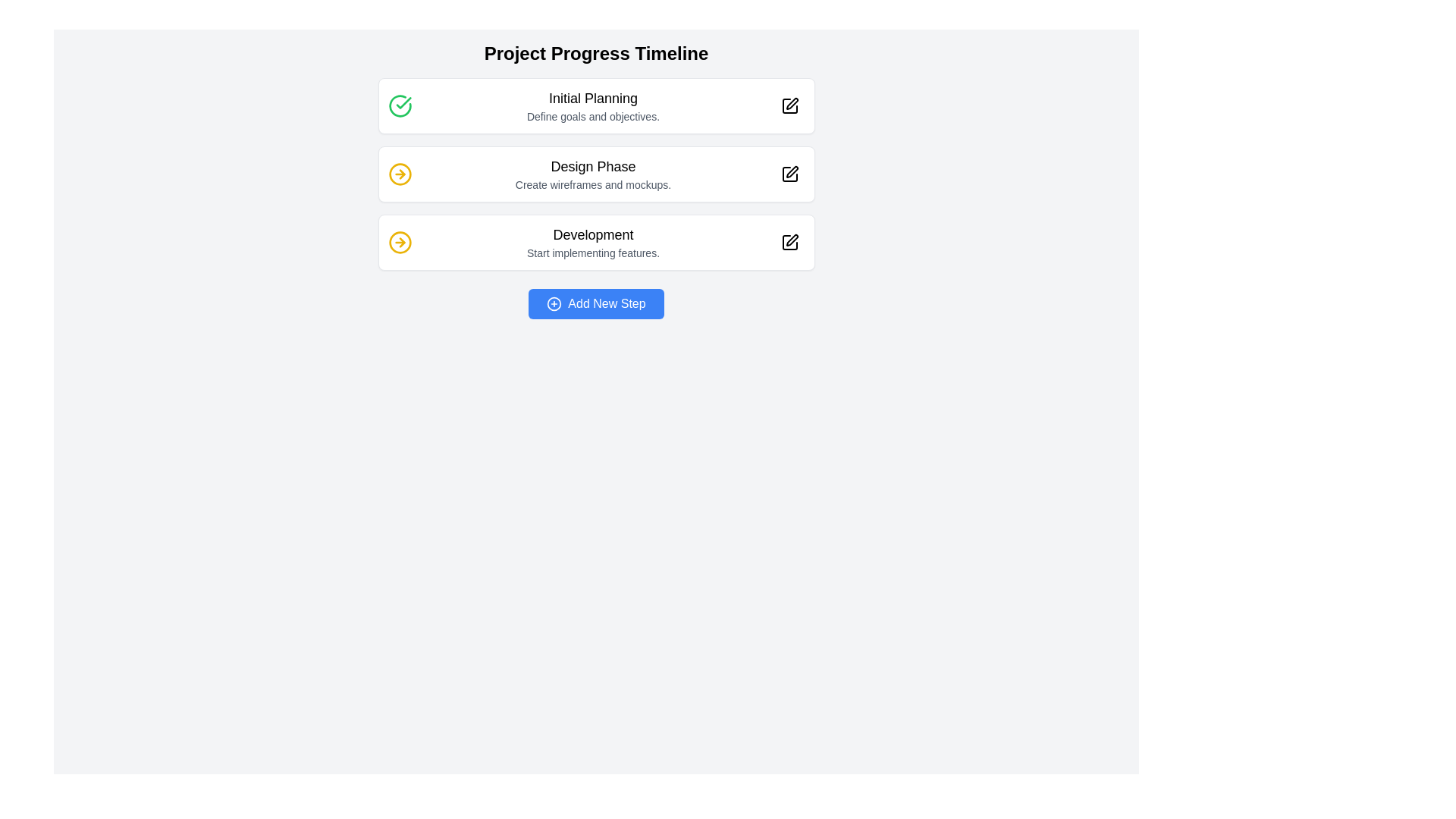  I want to click on the completed task indicator icon located in the first row of the progress tracker, adjacent to the 'Initial Planning' step, styled with green accents, so click(403, 102).